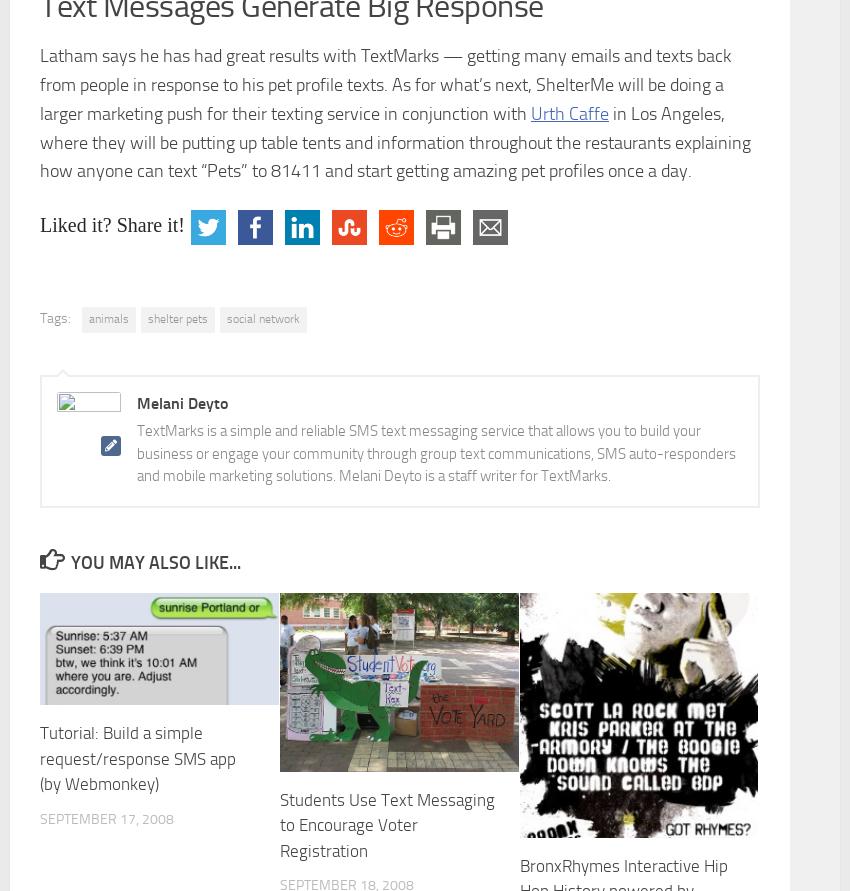 Image resolution: width=850 pixels, height=891 pixels. Describe the element at coordinates (155, 562) in the screenshot. I see `'You may also like...'` at that location.